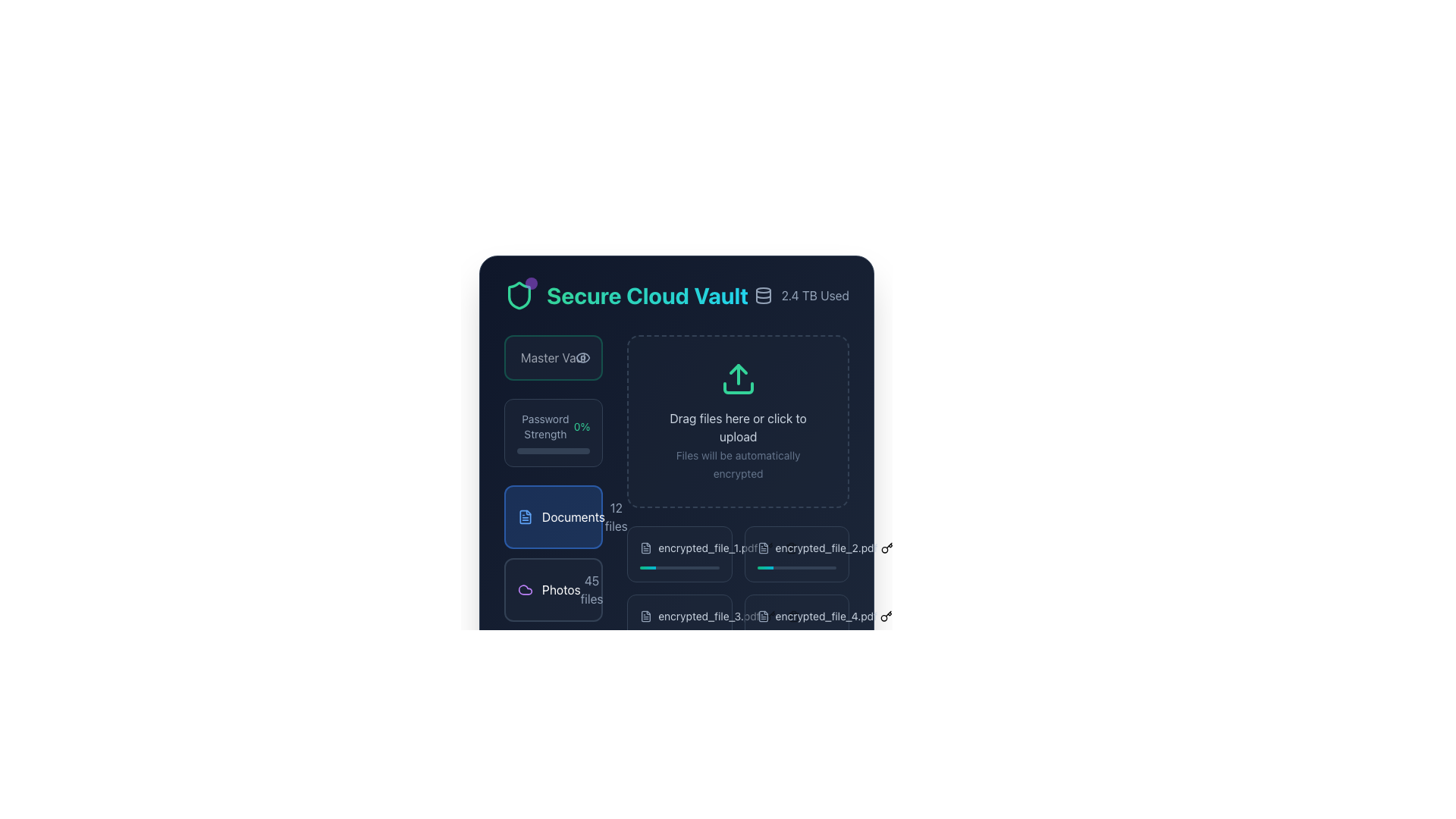 Image resolution: width=1456 pixels, height=819 pixels. What do you see at coordinates (519, 295) in the screenshot?
I see `the shield icon with a green outline and a purple dot, which is part of the 'Secure Cloud Vault' header located in the top-left region of the interface` at bounding box center [519, 295].